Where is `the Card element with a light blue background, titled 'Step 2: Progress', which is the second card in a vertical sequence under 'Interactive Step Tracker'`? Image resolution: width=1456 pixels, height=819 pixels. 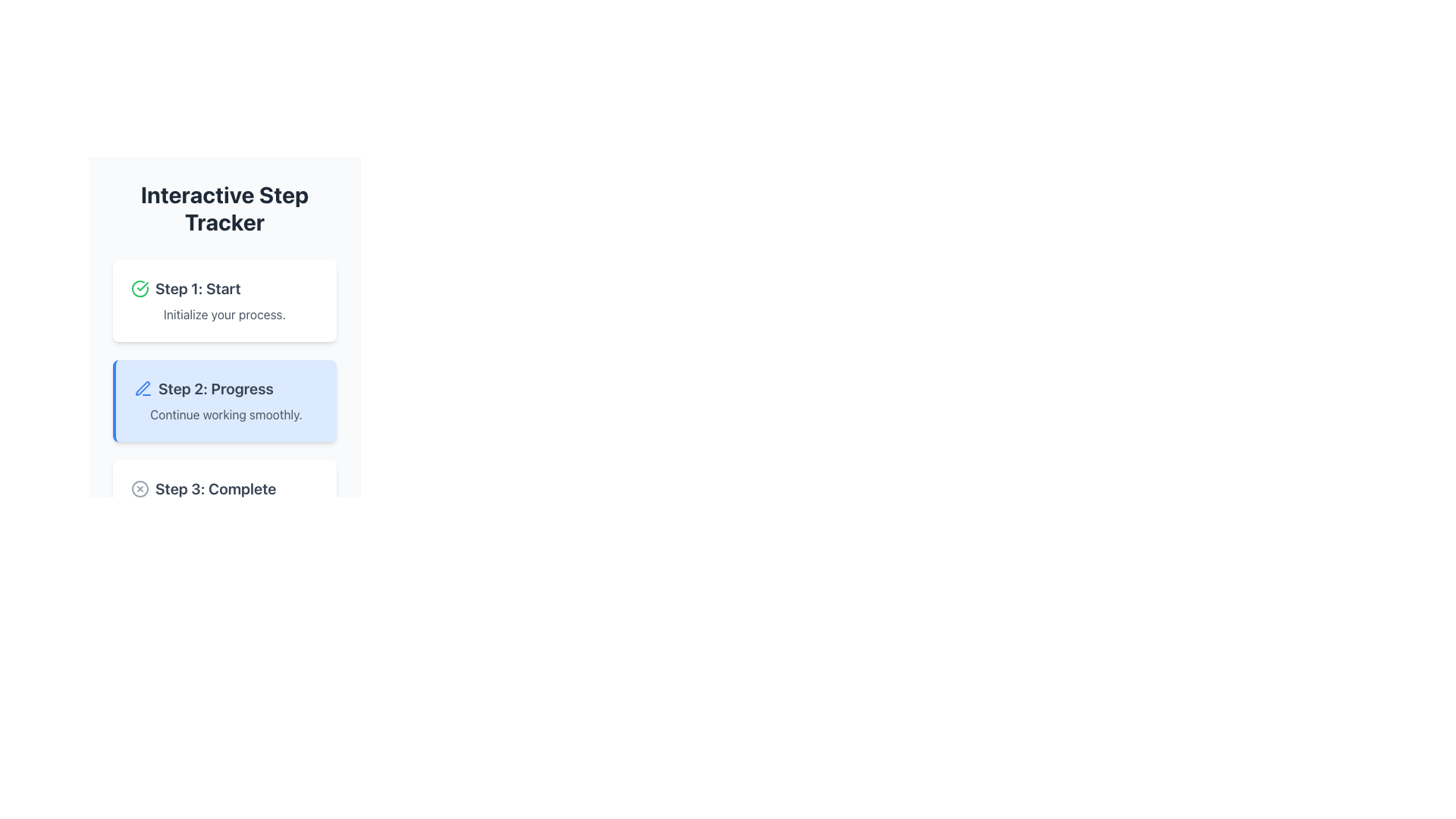 the Card element with a light blue background, titled 'Step 2: Progress', which is the second card in a vertical sequence under 'Interactive Step Tracker' is located at coordinates (224, 400).